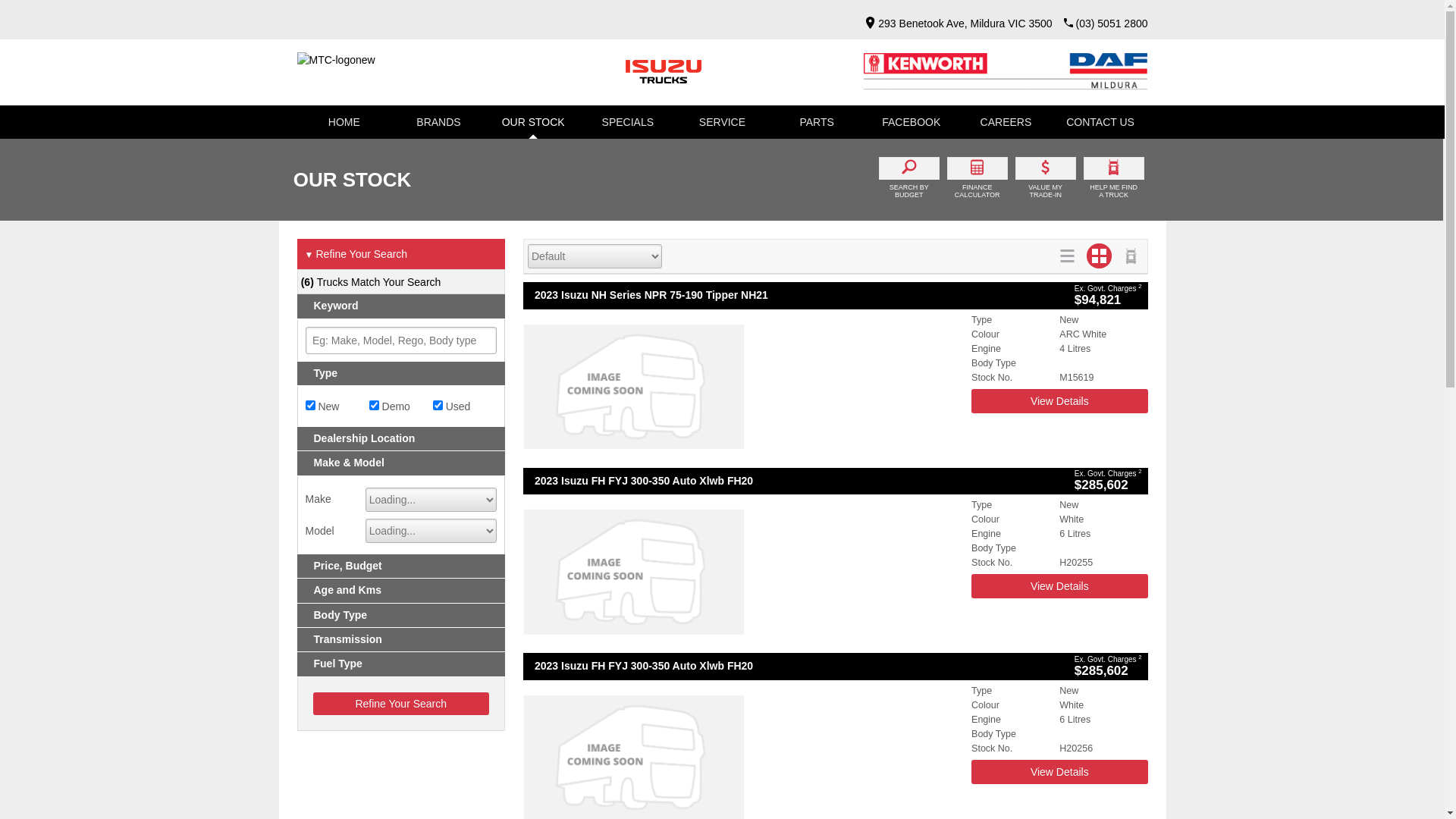 Image resolution: width=1456 pixels, height=819 pixels. What do you see at coordinates (401, 663) in the screenshot?
I see `'Fuel Type'` at bounding box center [401, 663].